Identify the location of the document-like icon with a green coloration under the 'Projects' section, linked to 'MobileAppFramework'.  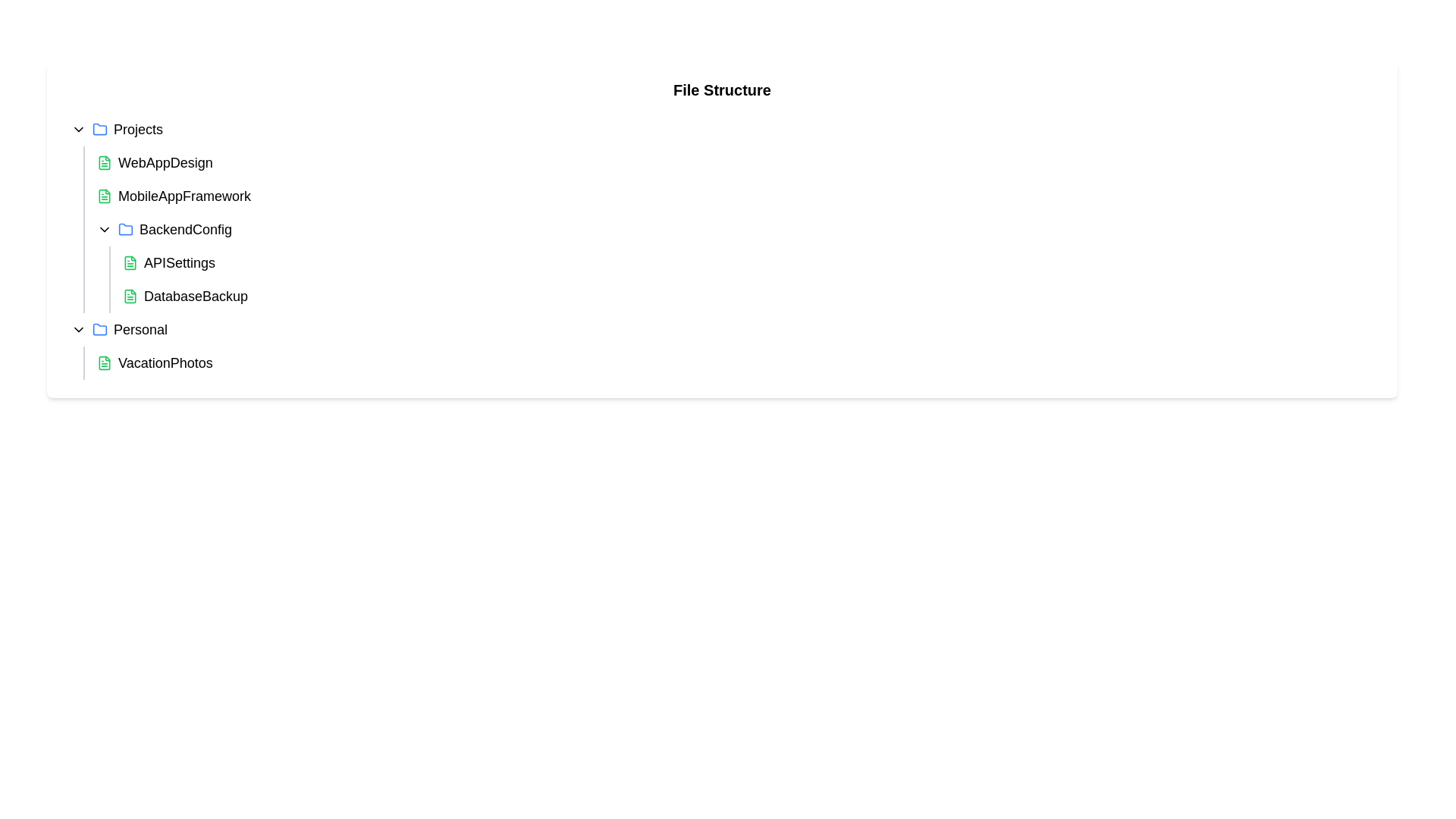
(104, 195).